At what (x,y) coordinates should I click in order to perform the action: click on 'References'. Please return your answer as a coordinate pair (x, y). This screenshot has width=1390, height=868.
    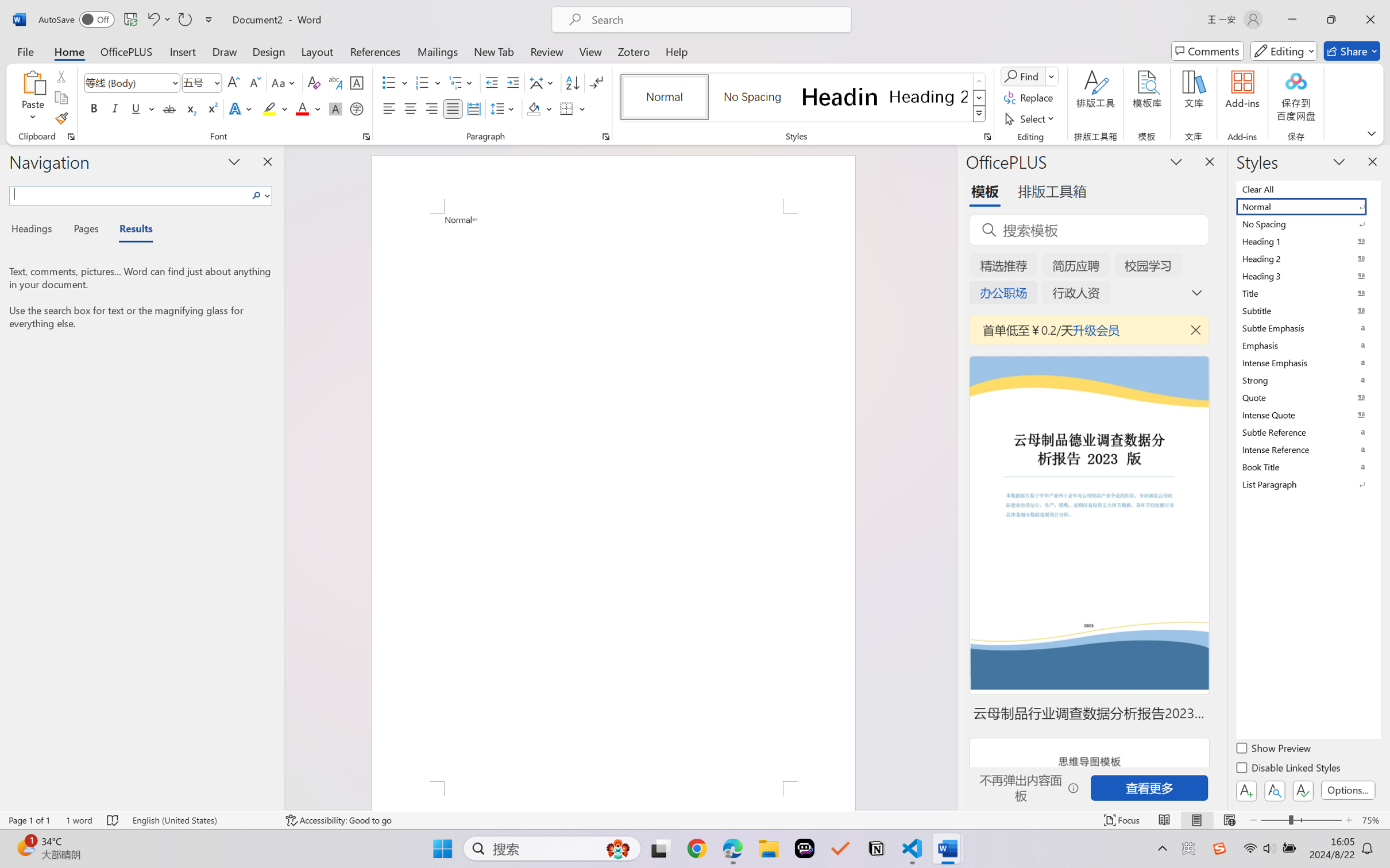
    Looking at the image, I should click on (375, 51).